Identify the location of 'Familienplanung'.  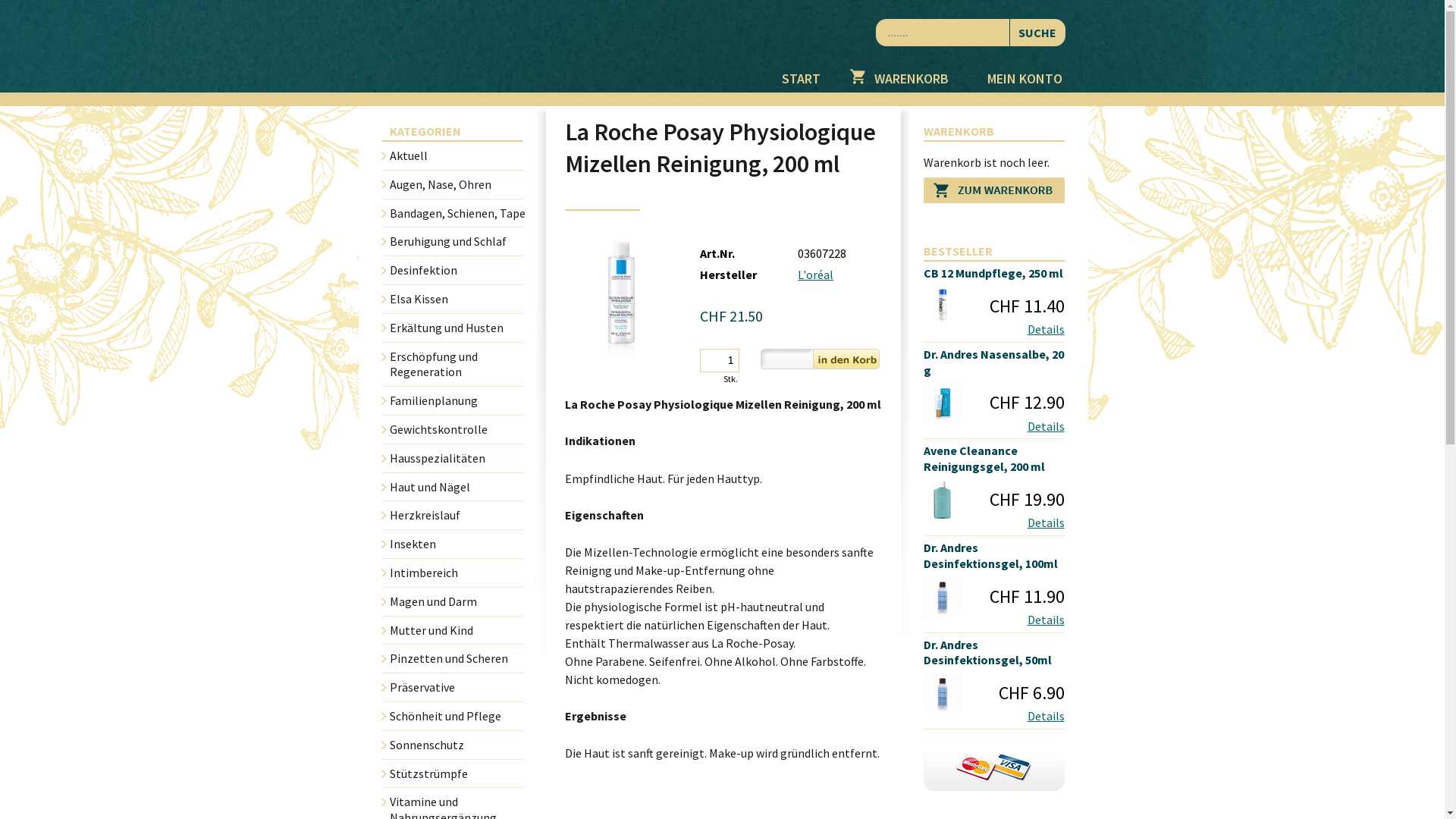
(455, 400).